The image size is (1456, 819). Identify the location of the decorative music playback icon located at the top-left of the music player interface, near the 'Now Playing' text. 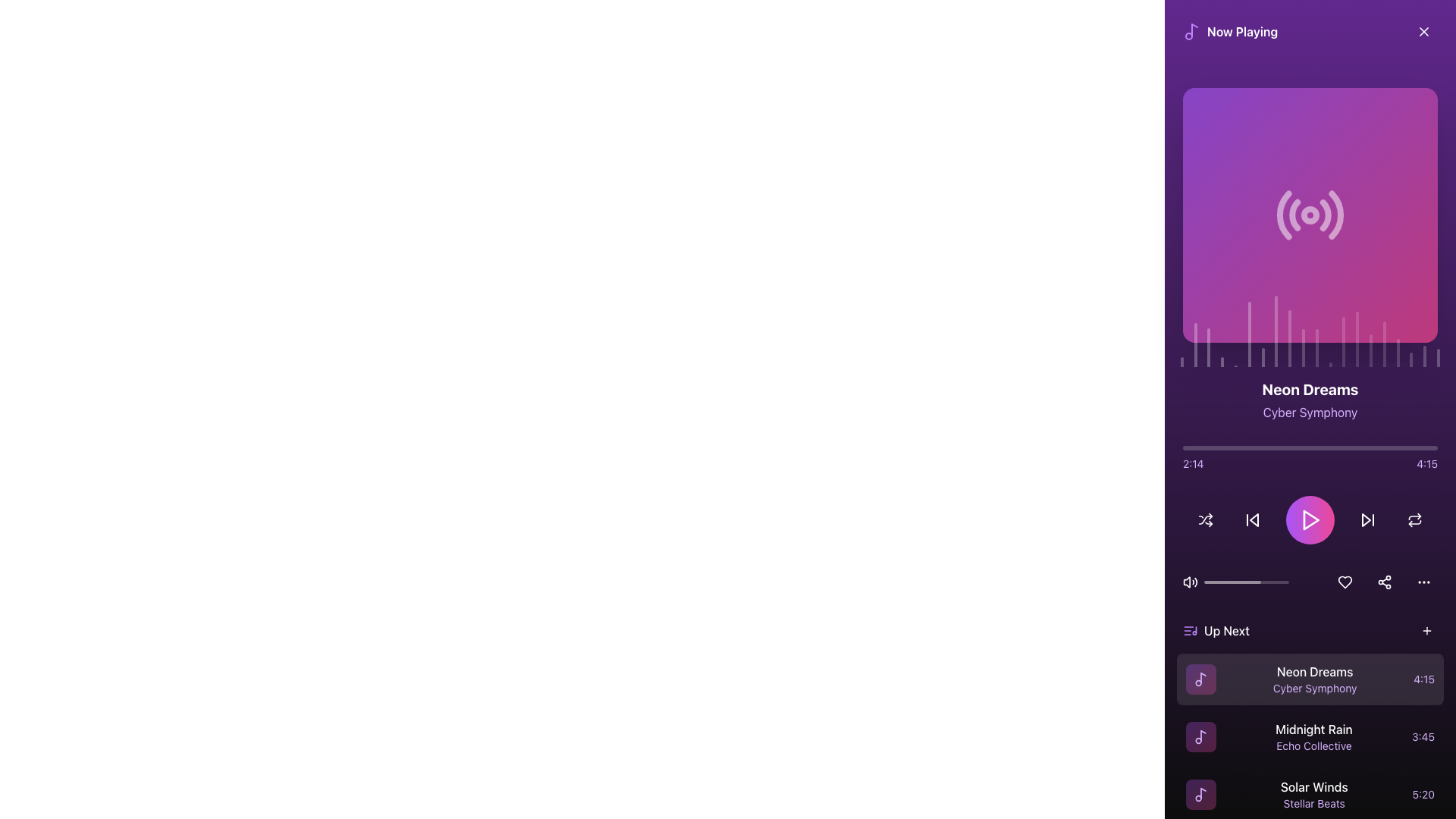
(1191, 32).